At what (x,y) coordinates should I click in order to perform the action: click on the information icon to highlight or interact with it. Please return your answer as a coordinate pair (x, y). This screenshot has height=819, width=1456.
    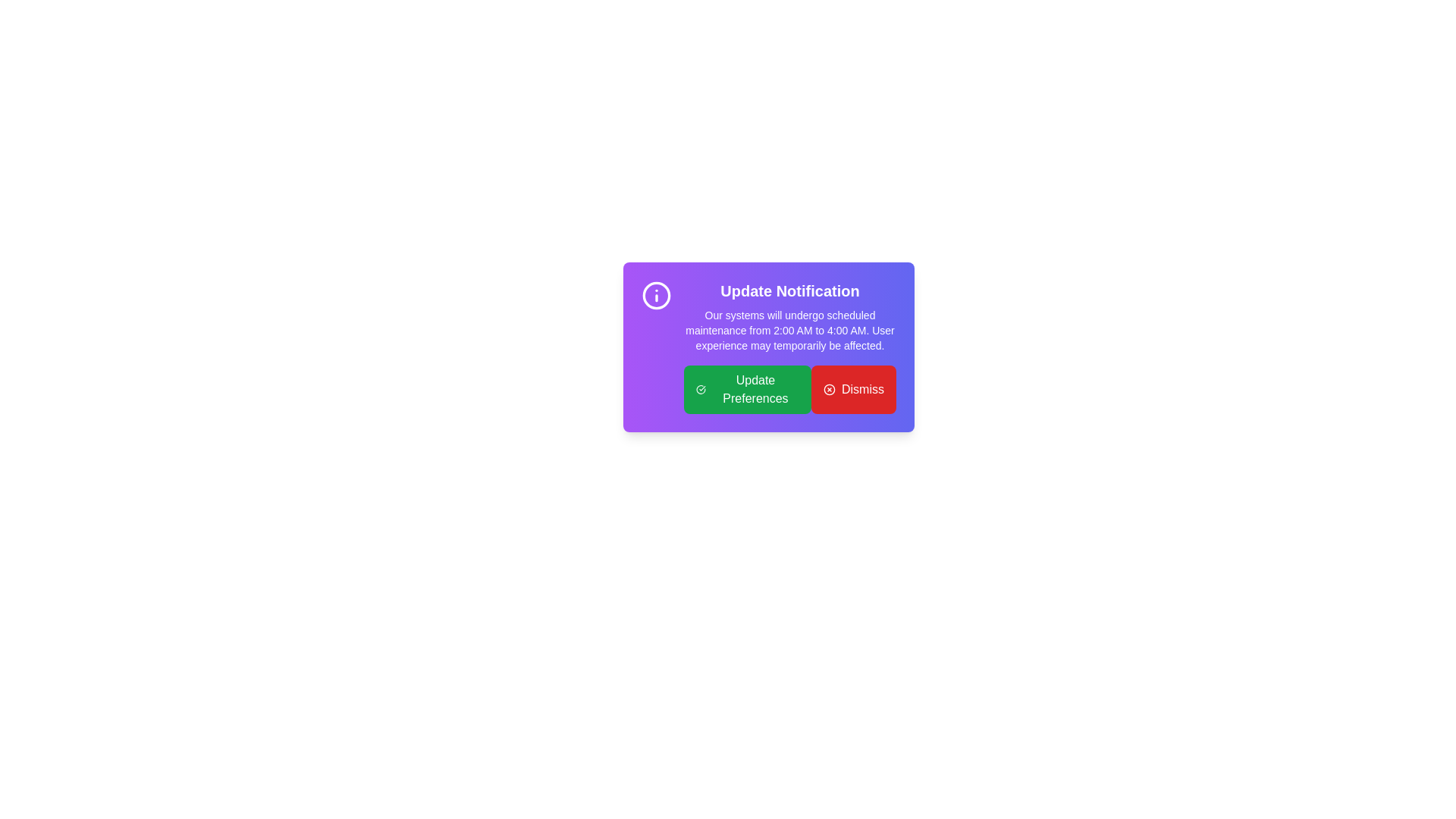
    Looking at the image, I should click on (656, 295).